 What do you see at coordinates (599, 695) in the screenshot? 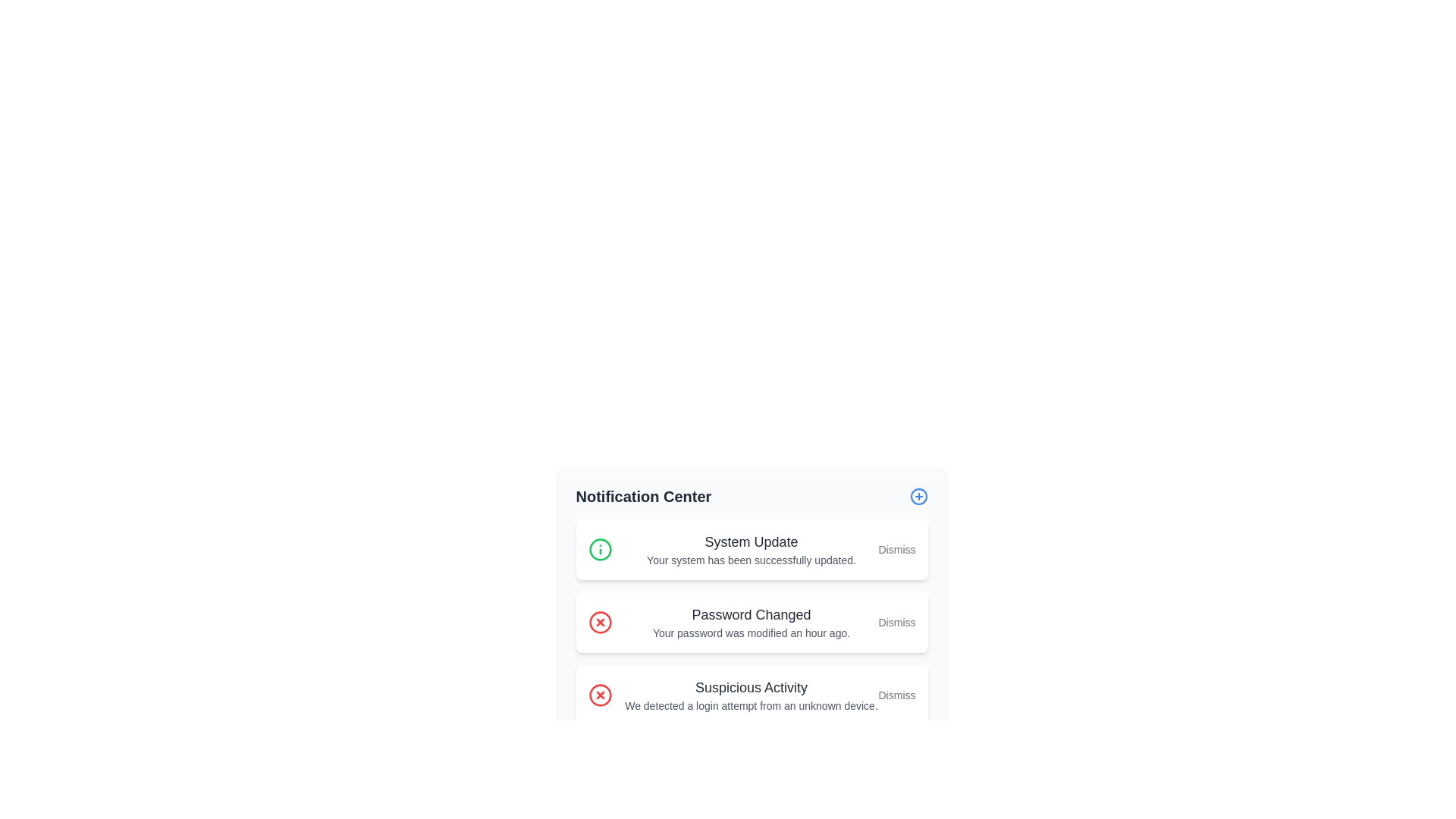
I see `the error icon indicating suspicious activity in the third row of notifications` at bounding box center [599, 695].